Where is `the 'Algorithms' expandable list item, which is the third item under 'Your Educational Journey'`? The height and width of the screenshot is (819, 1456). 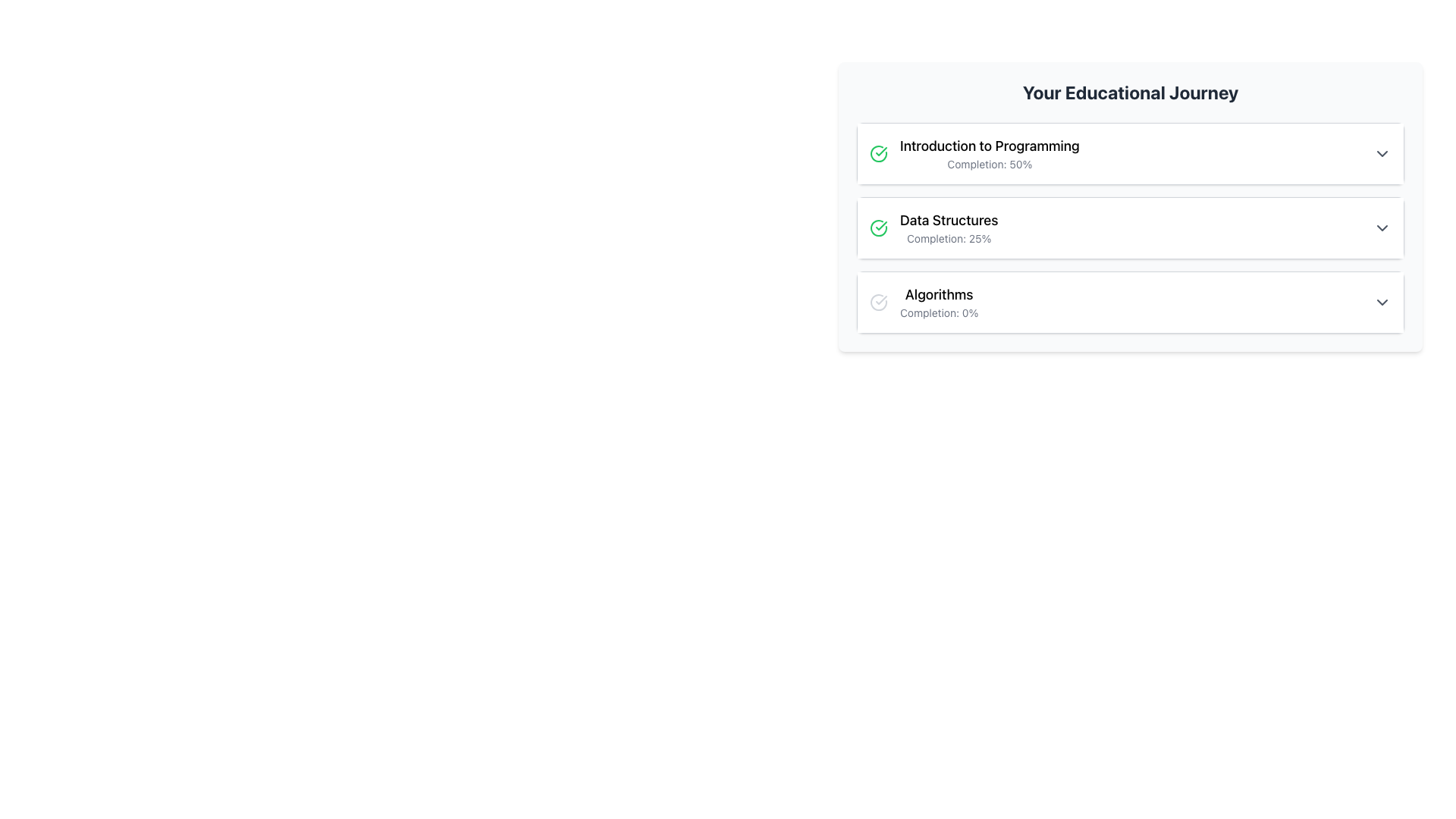
the 'Algorithms' expandable list item, which is the third item under 'Your Educational Journey' is located at coordinates (1131, 302).